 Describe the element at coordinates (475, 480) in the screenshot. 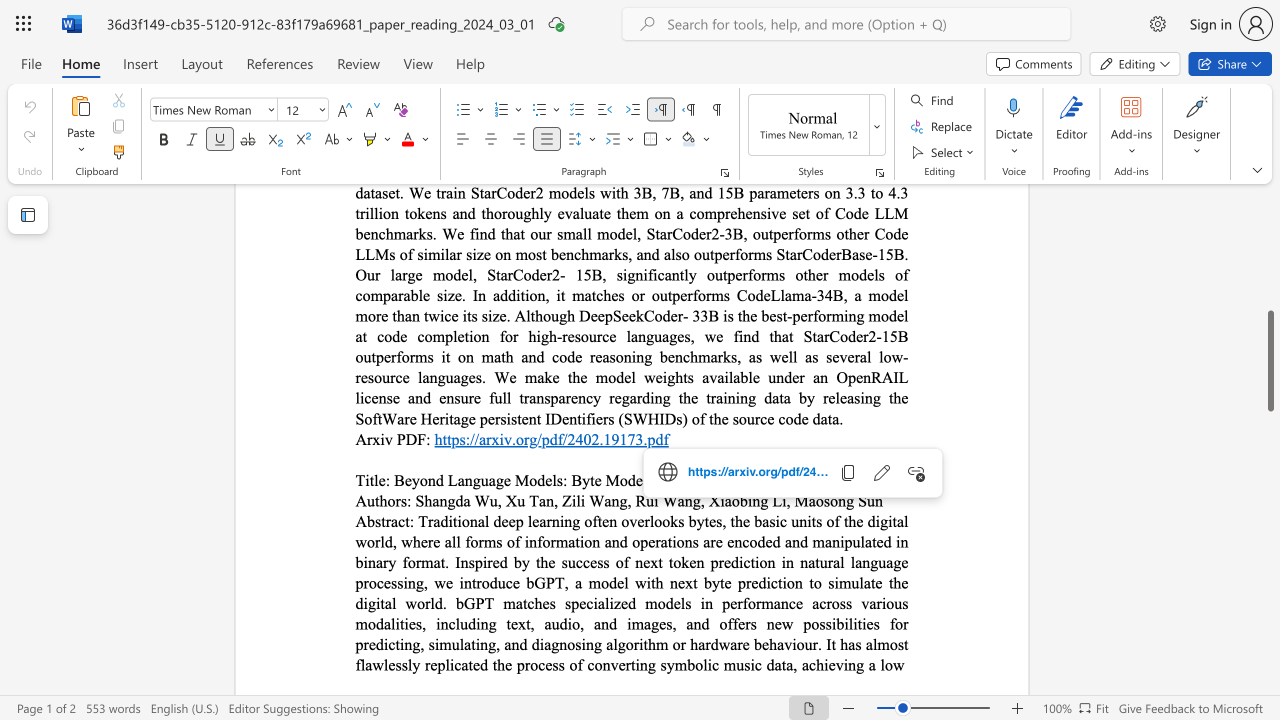

I see `the 1th character "g" in the text` at that location.